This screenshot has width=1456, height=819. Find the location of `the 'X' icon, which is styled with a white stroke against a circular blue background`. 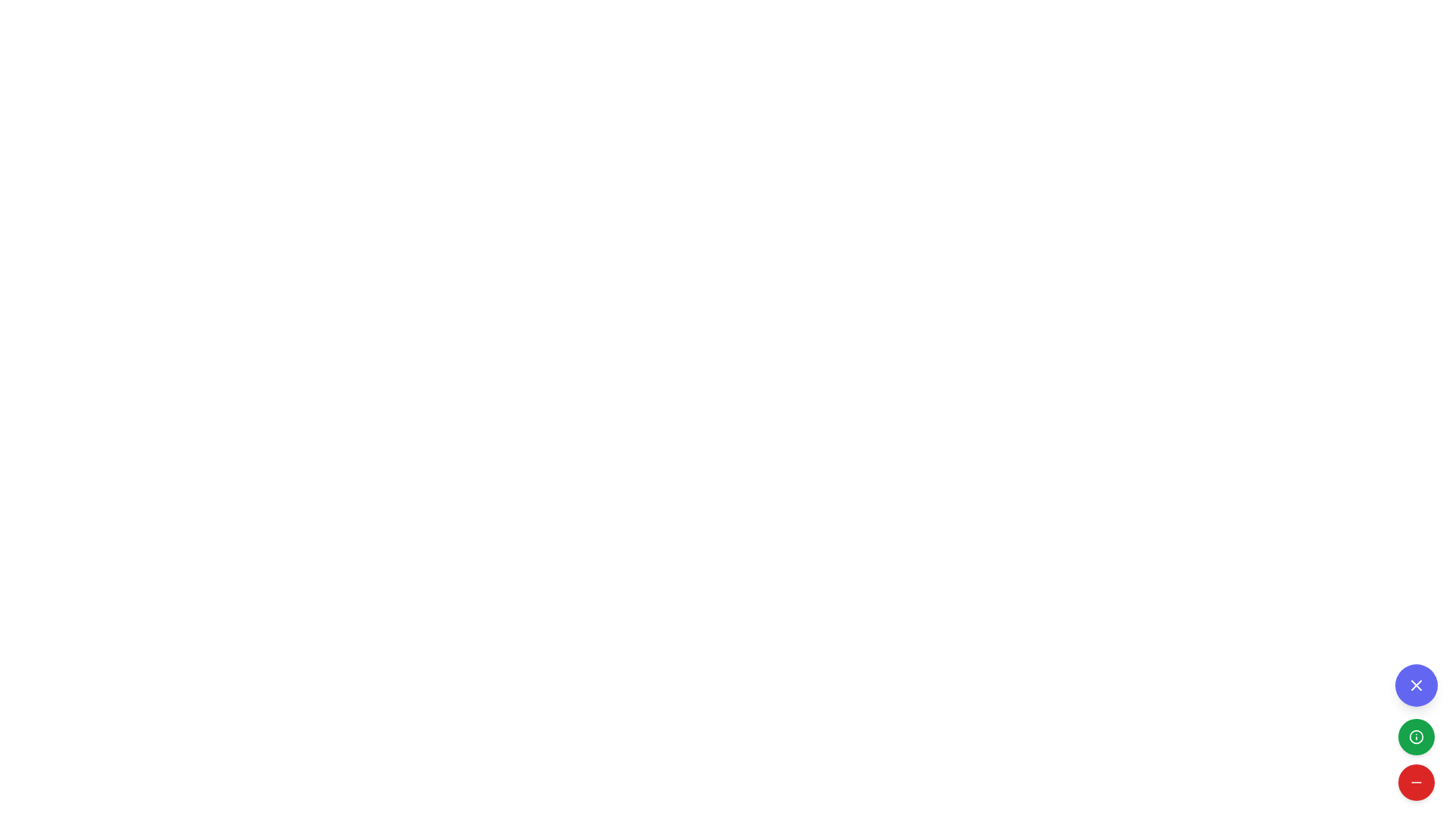

the 'X' icon, which is styled with a white stroke against a circular blue background is located at coordinates (1415, 685).